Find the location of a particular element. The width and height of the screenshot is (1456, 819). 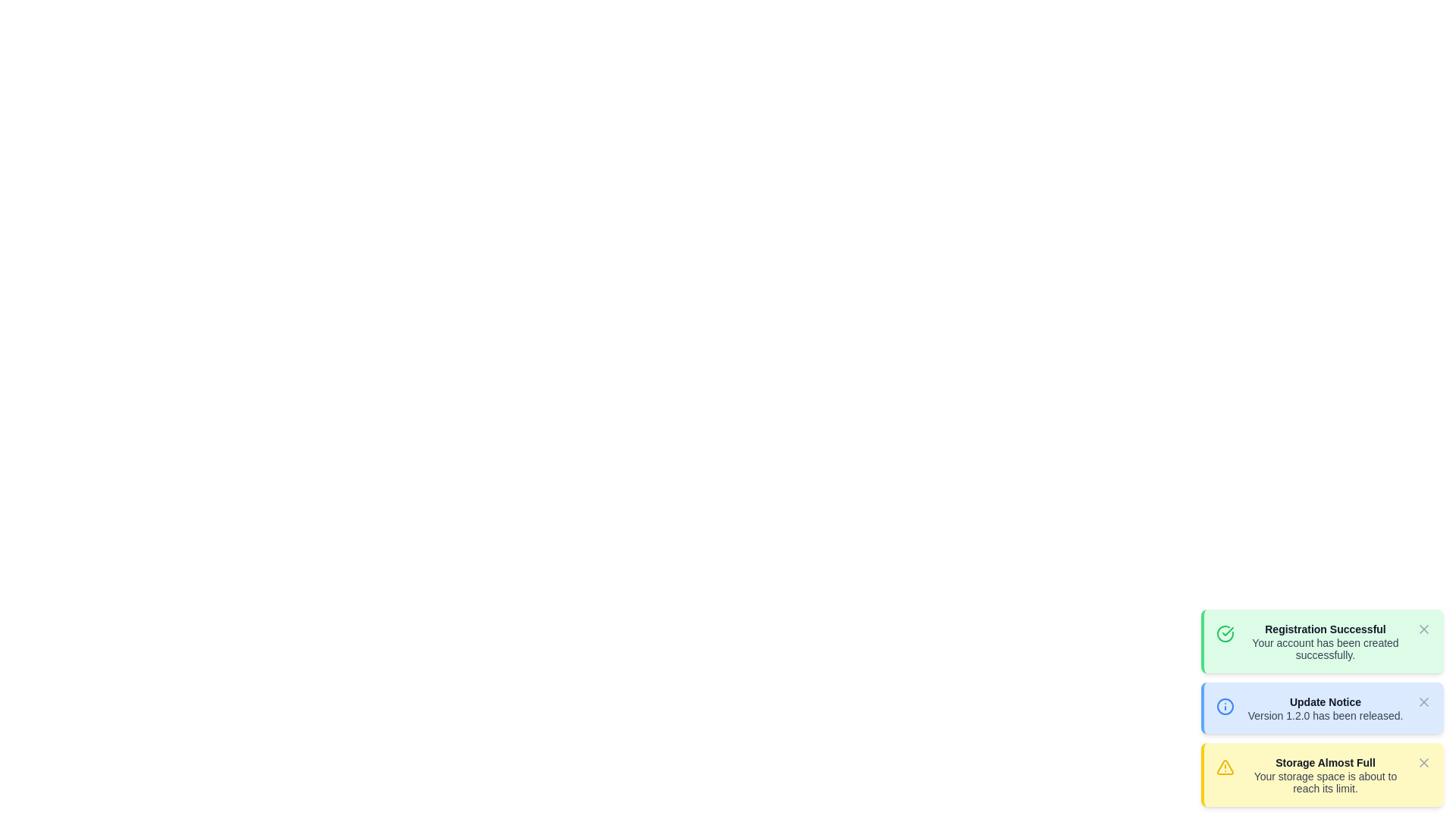

title text indicating successful registration in the notification box with a green background, located at the top of the box is located at coordinates (1324, 629).